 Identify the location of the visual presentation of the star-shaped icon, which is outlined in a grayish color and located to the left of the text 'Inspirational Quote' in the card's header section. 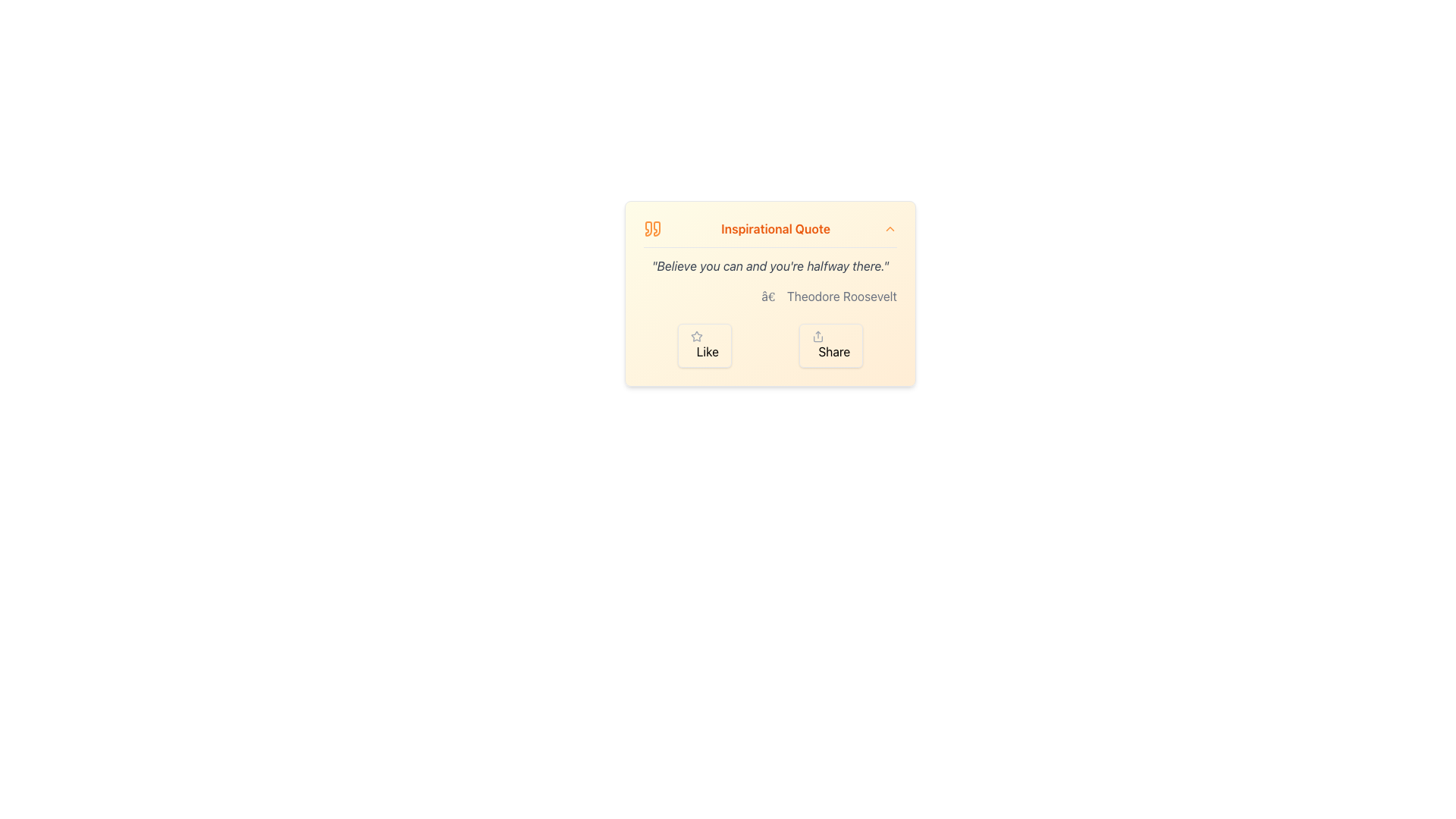
(695, 335).